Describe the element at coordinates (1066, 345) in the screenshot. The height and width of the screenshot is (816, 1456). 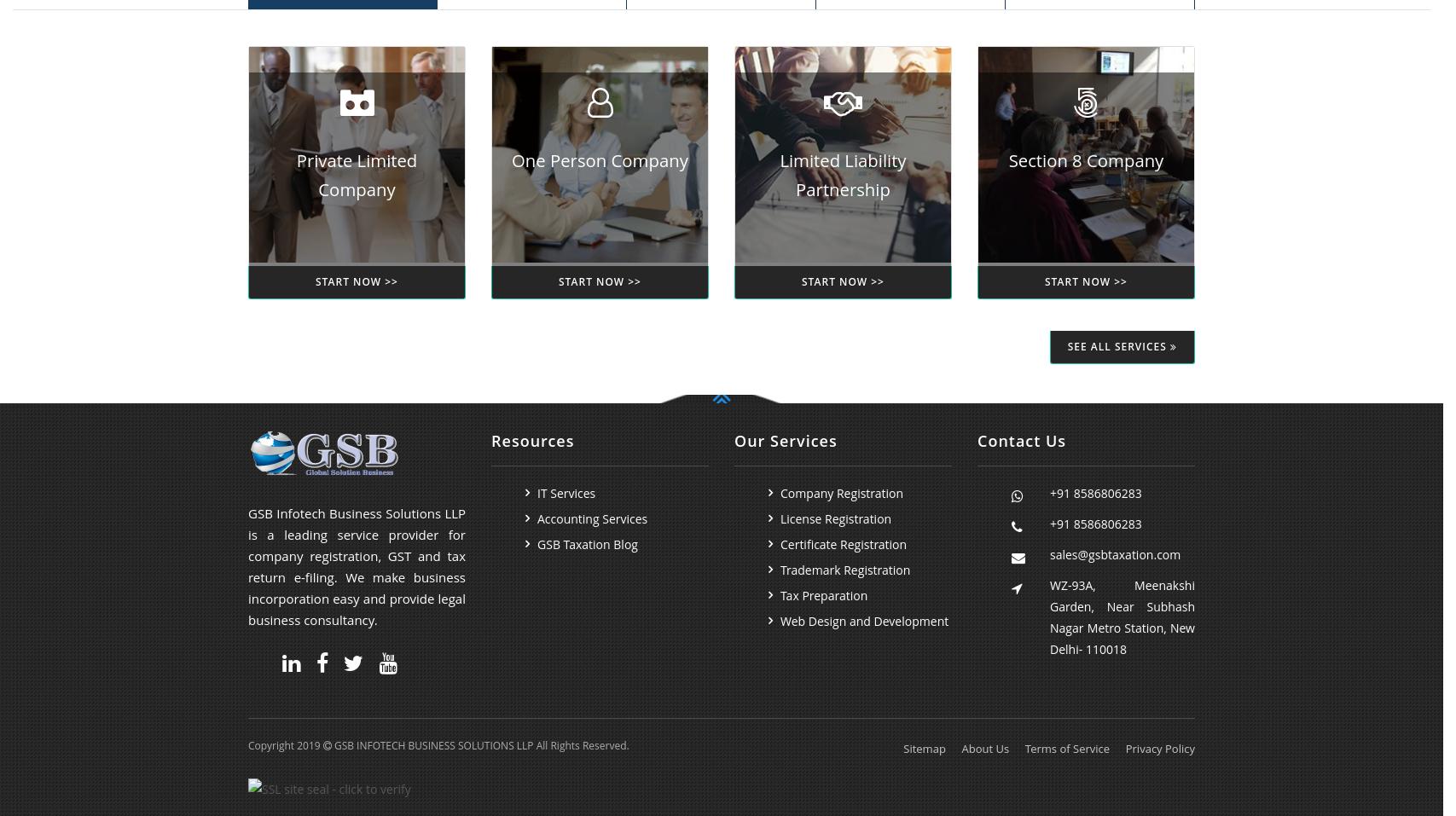
I see `'See All Services'` at that location.